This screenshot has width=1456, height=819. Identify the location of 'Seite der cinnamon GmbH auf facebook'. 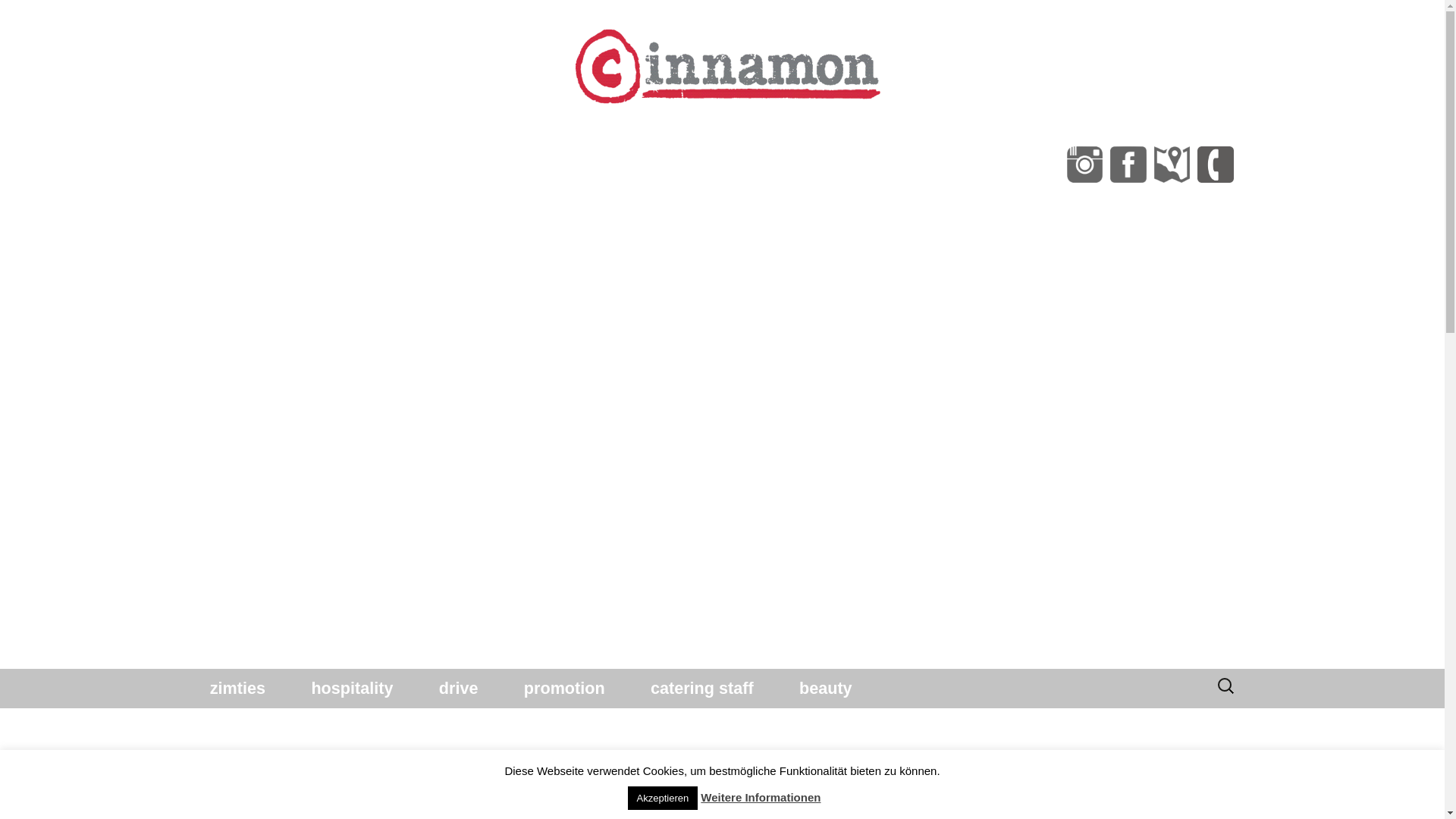
(1128, 164).